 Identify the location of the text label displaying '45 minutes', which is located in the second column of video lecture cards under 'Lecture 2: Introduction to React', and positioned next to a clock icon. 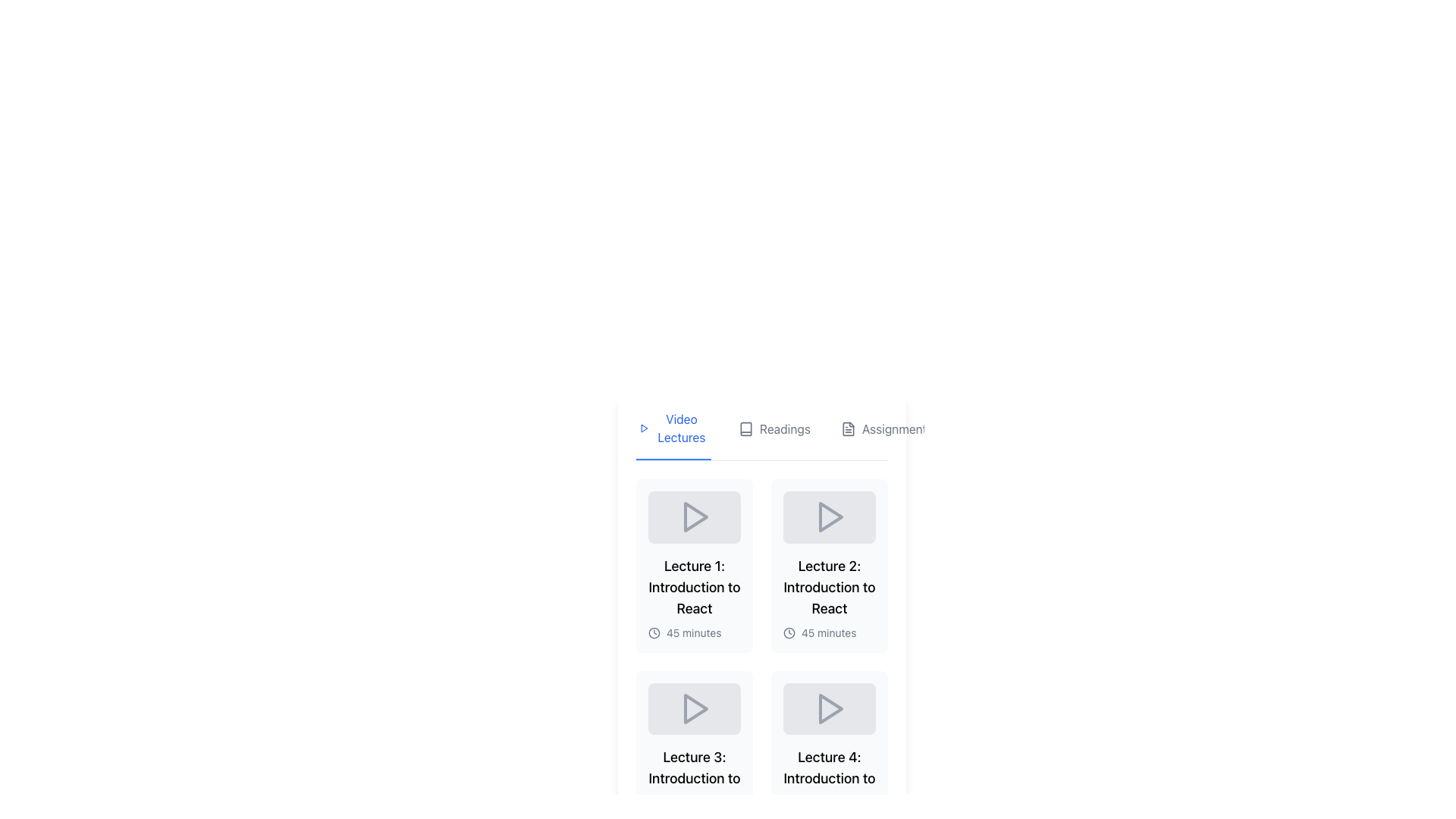
(828, 632).